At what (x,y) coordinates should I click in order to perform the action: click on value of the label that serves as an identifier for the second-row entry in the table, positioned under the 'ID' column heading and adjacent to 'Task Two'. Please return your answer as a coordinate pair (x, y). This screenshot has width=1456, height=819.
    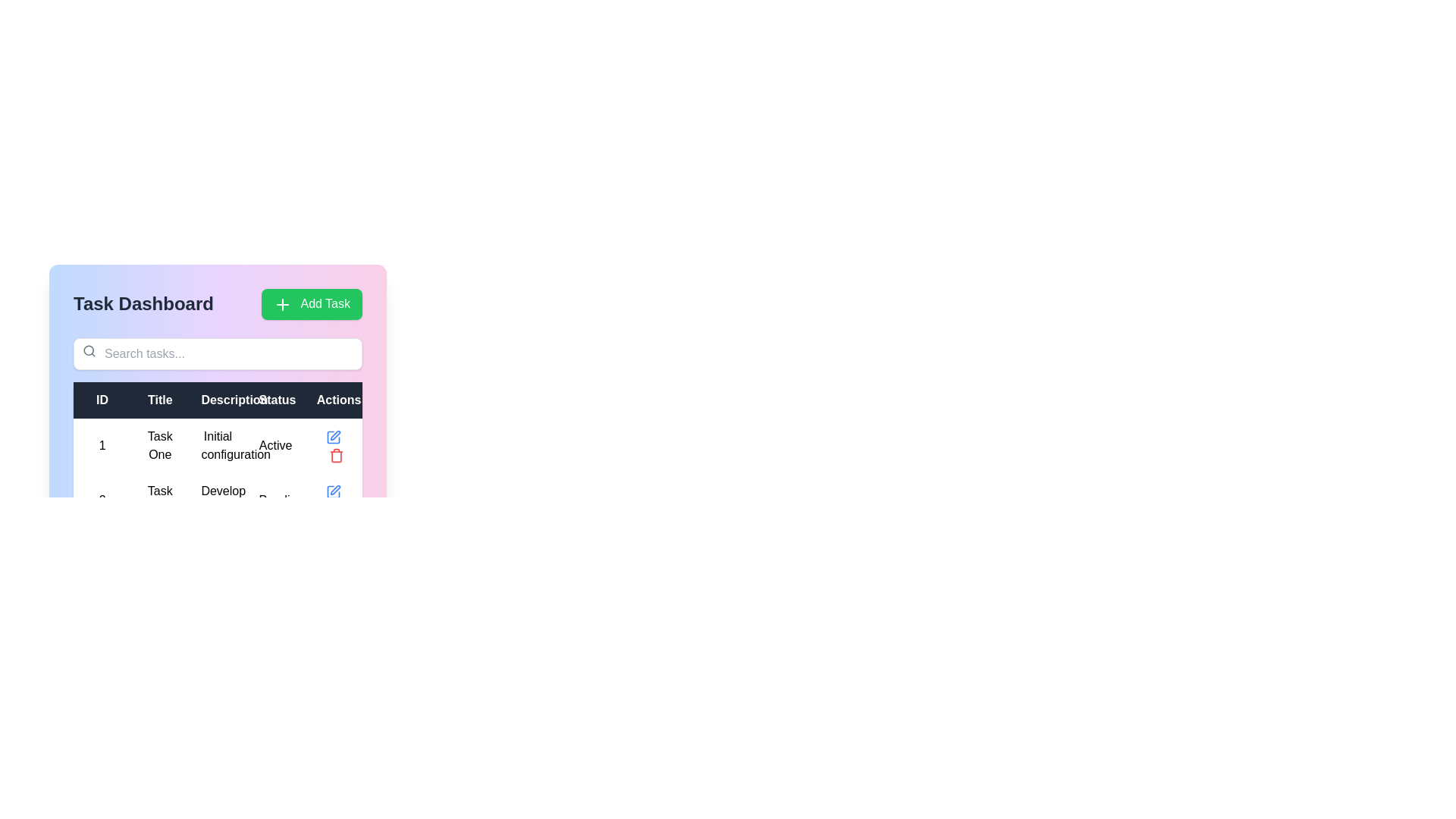
    Looking at the image, I should click on (102, 500).